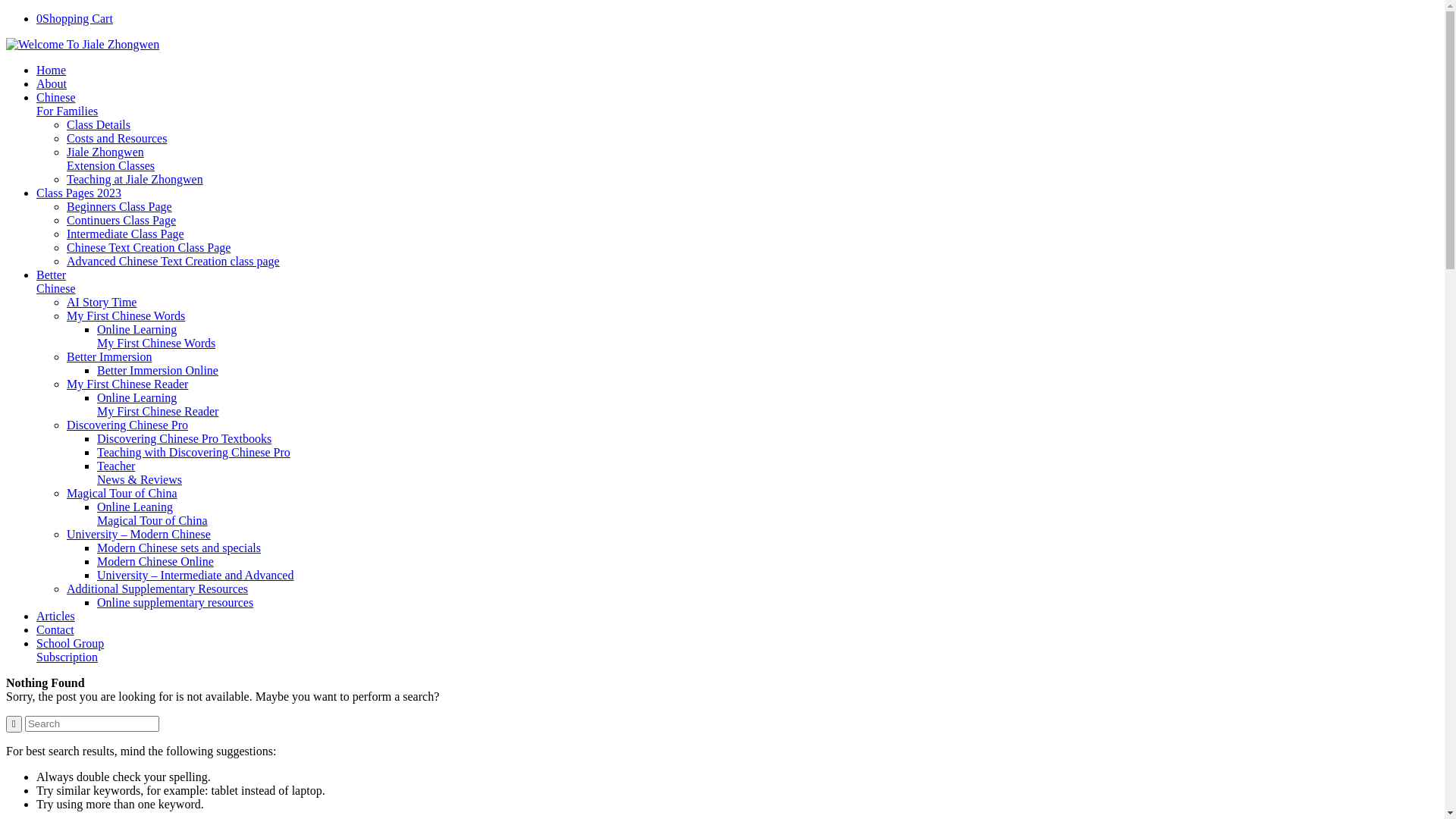 This screenshot has width=1456, height=819. Describe the element at coordinates (125, 234) in the screenshot. I see `'Intermediate Class Page'` at that location.